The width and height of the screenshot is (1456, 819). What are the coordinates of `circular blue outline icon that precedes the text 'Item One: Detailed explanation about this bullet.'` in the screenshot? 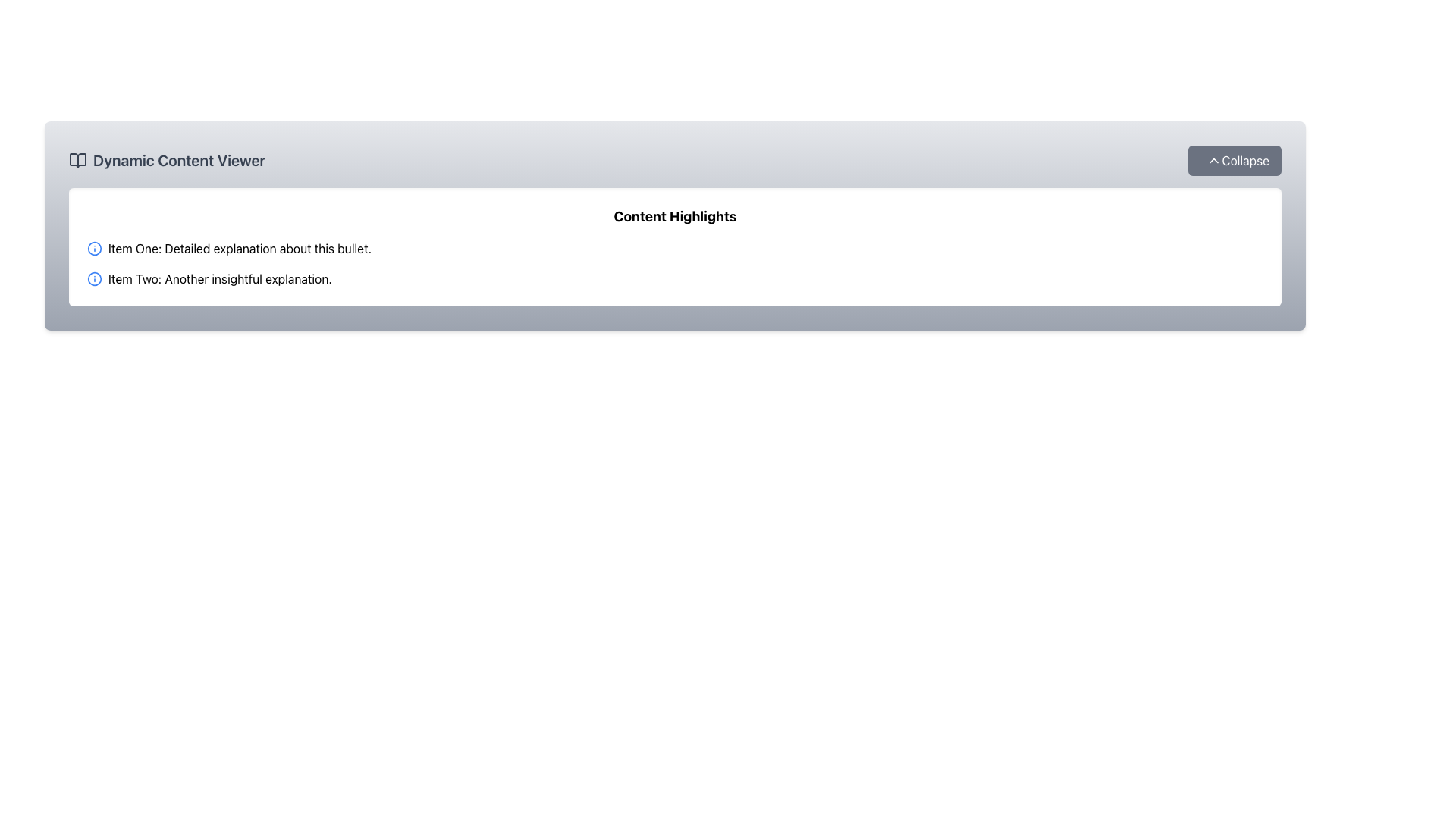 It's located at (93, 247).